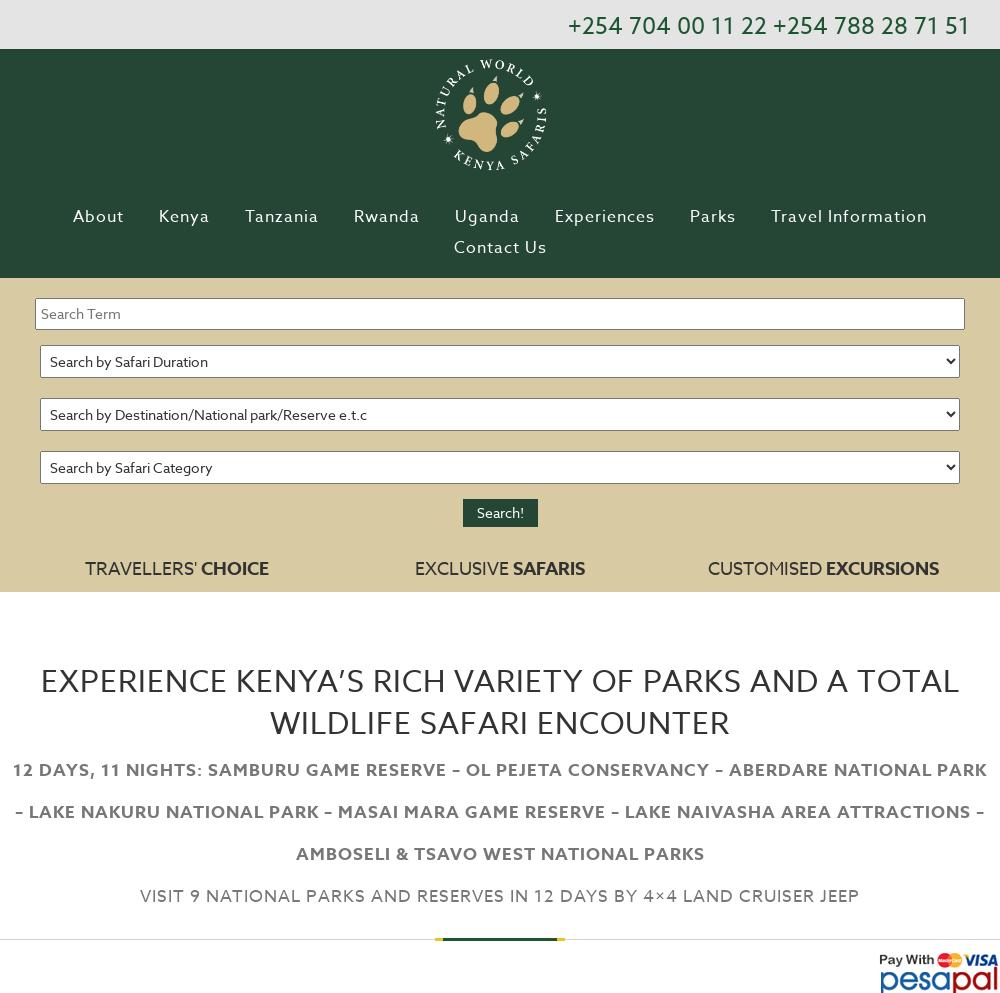 The image size is (1000, 993). I want to click on 'Travel Information', so click(771, 215).